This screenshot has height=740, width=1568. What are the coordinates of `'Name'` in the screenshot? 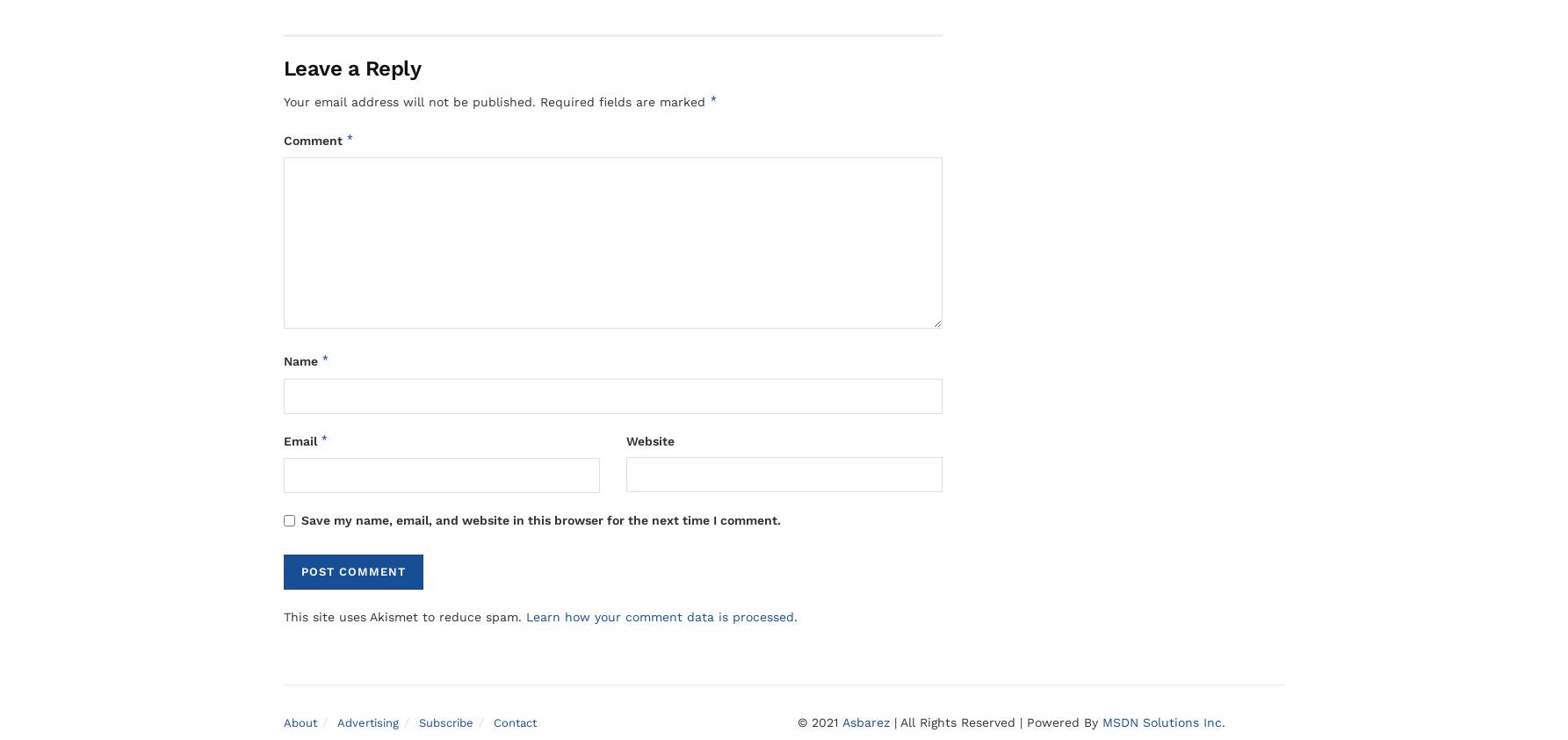 It's located at (283, 360).